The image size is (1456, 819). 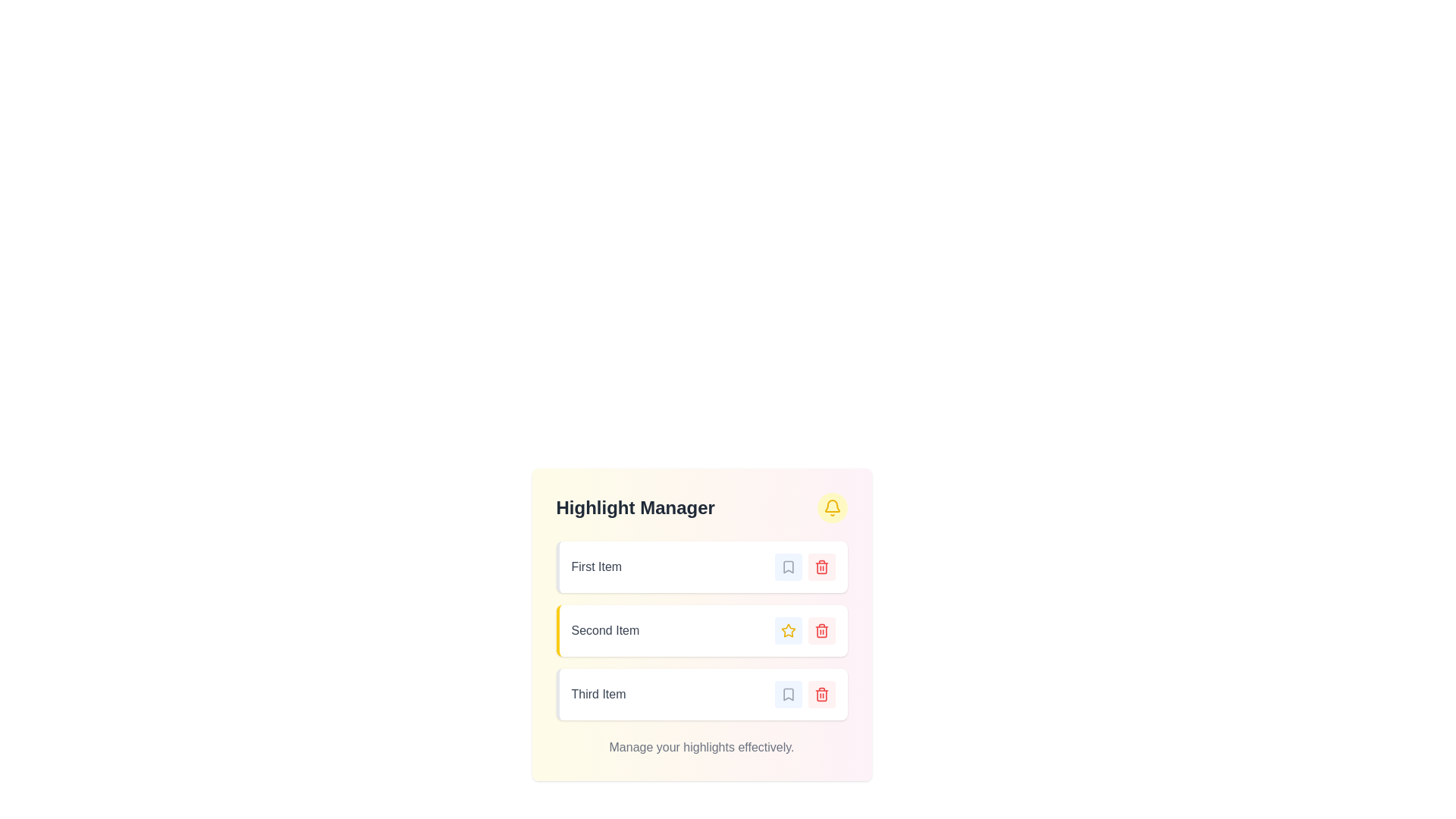 What do you see at coordinates (821, 632) in the screenshot?
I see `the trash can icon representing the delete action for the second item in the list under the 'Highlight Manager' section` at bounding box center [821, 632].